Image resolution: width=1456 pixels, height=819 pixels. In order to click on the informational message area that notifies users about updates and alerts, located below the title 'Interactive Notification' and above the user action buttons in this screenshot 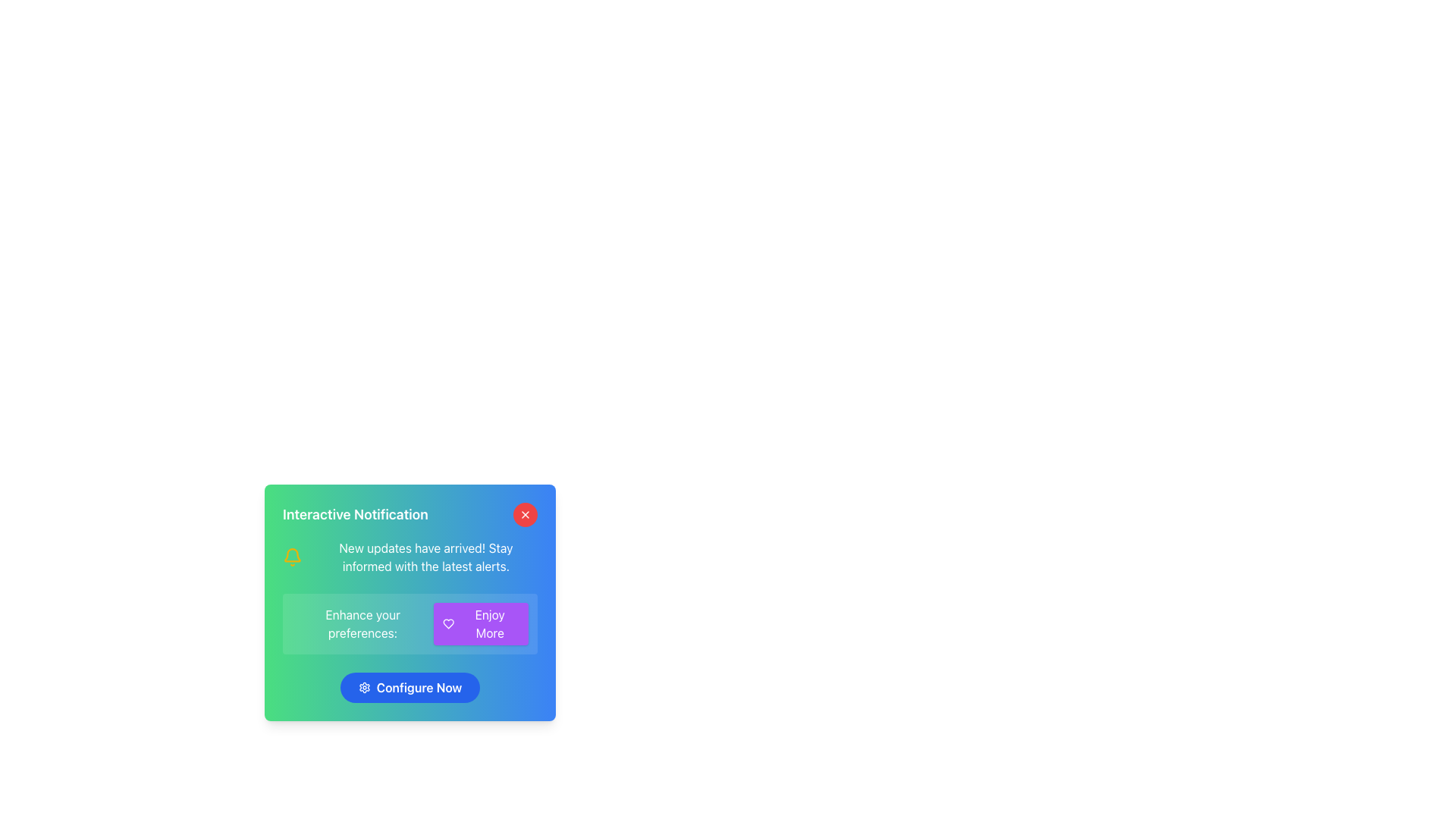, I will do `click(425, 557)`.